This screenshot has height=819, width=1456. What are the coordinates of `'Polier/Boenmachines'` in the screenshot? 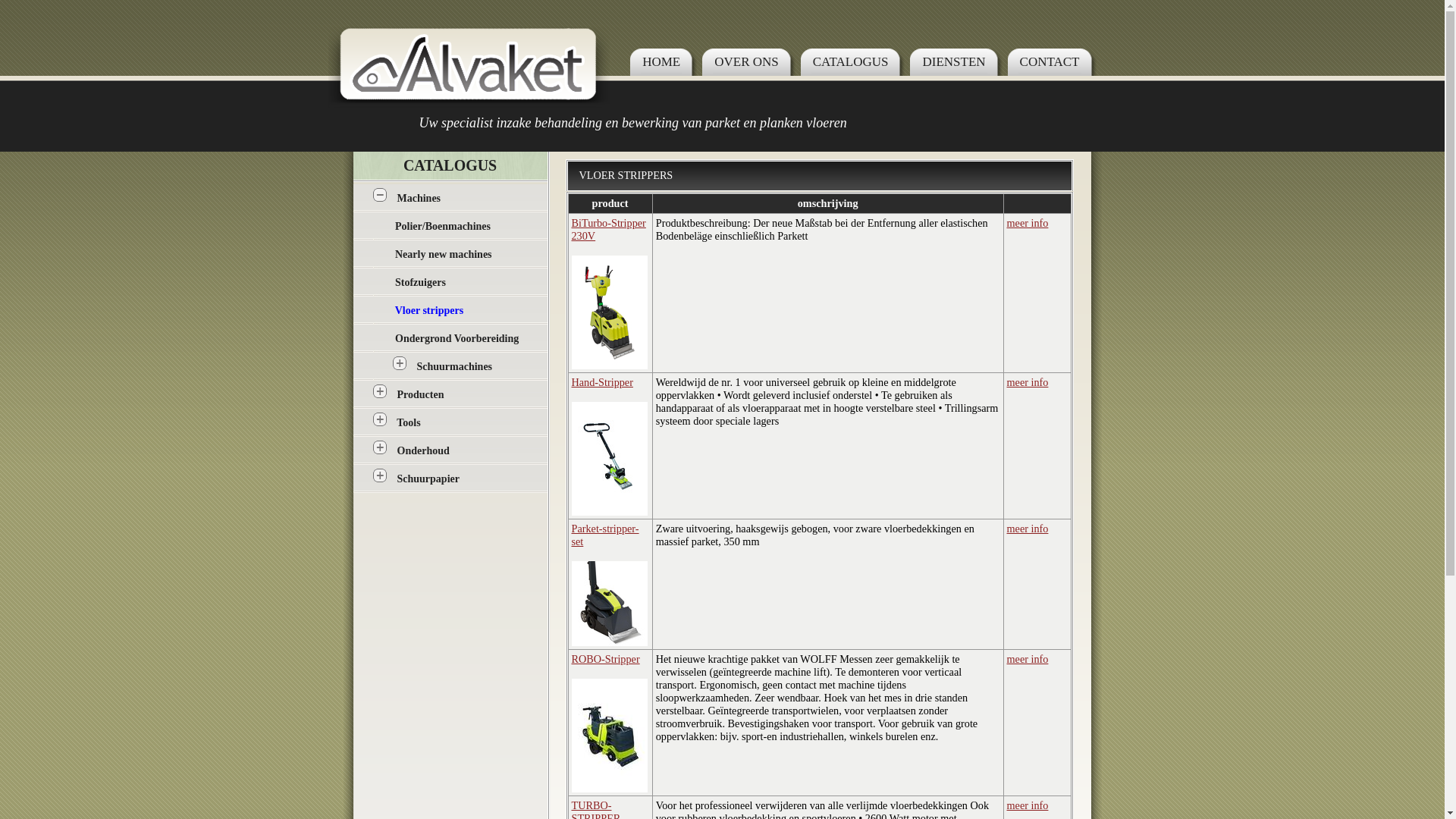 It's located at (442, 226).